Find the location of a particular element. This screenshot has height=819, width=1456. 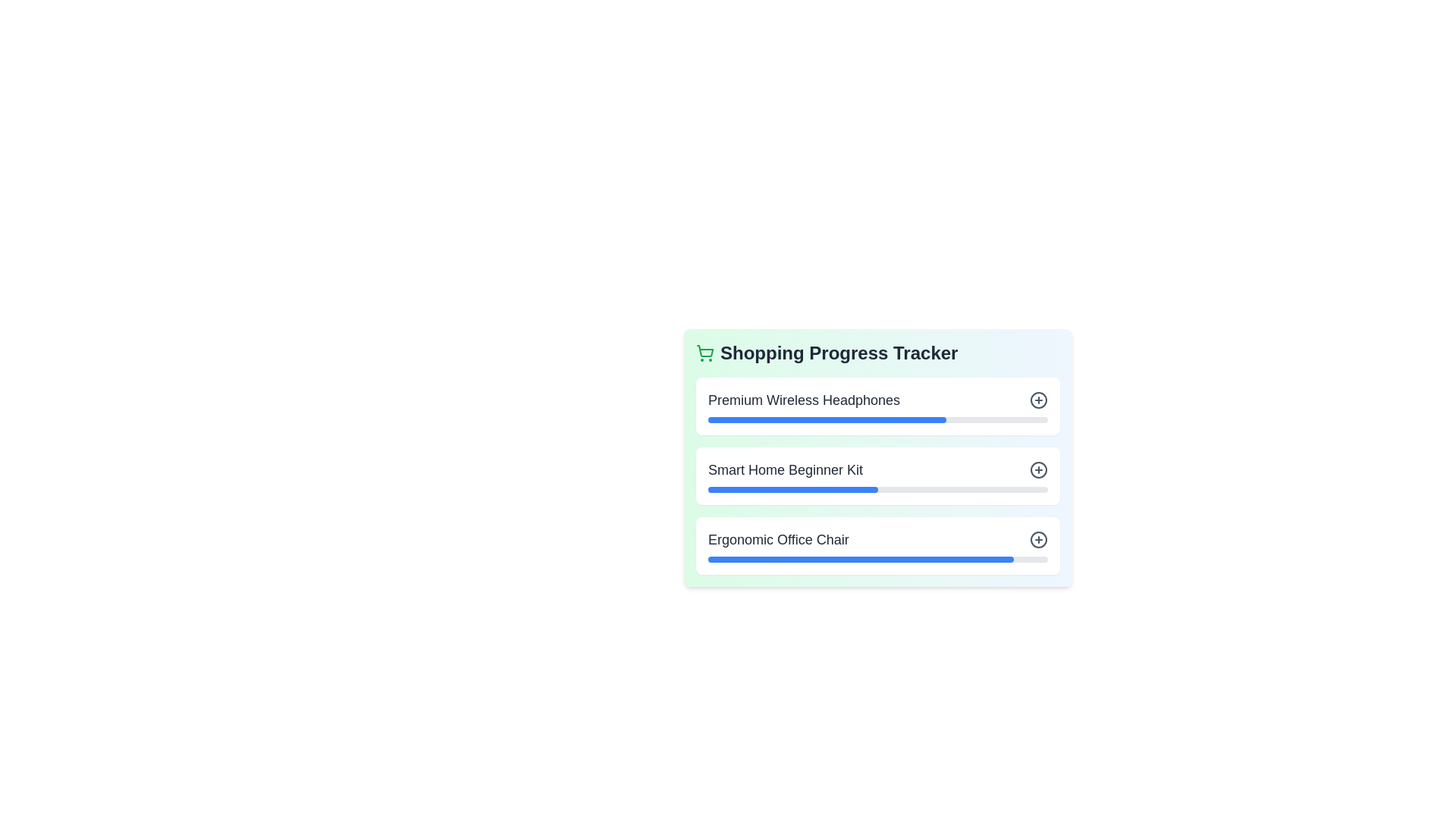

the circular plus icon button located to the right of the text 'Premium Wireless Headphones' is located at coordinates (1037, 400).